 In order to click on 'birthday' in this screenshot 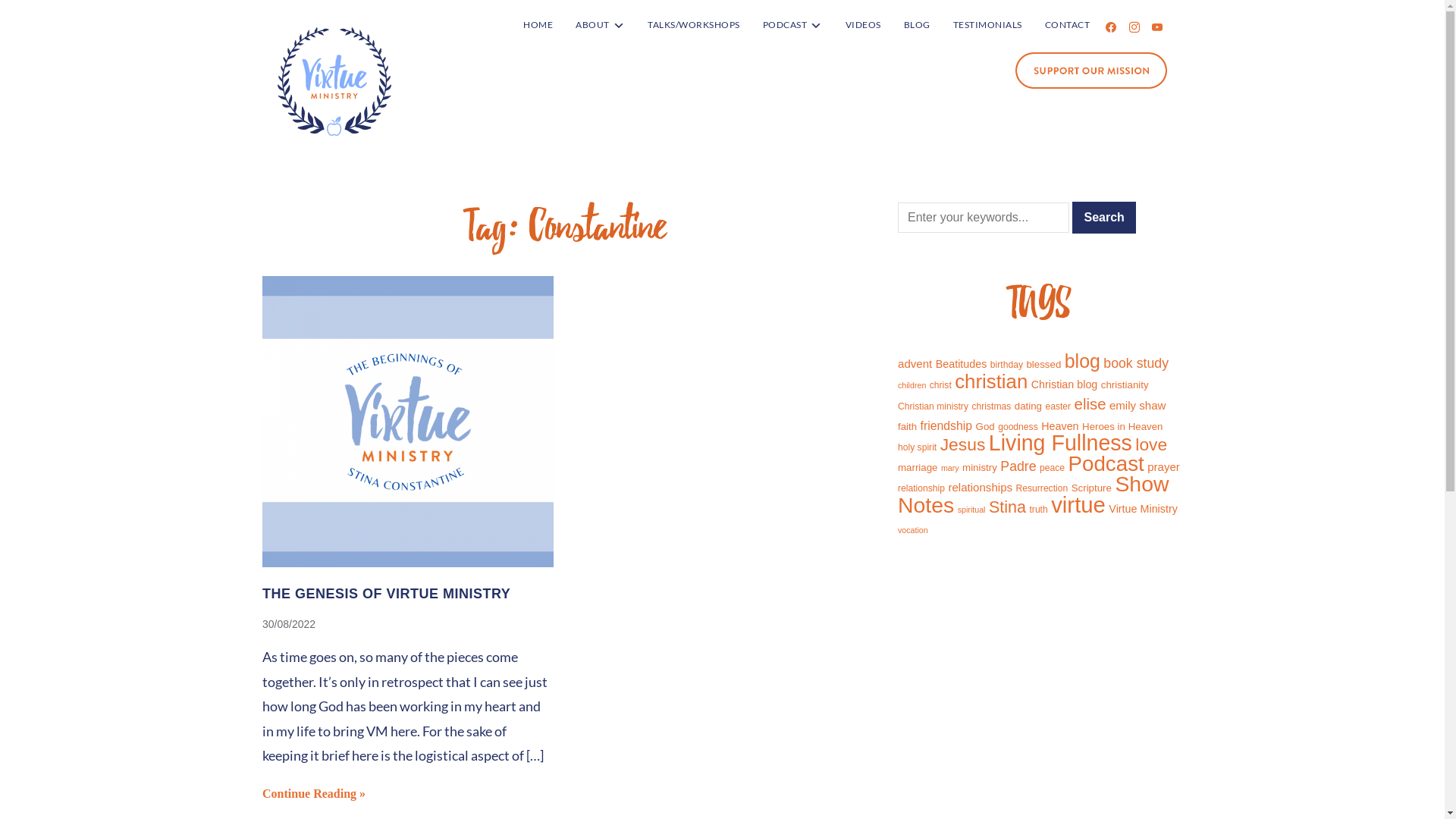, I will do `click(1006, 365)`.